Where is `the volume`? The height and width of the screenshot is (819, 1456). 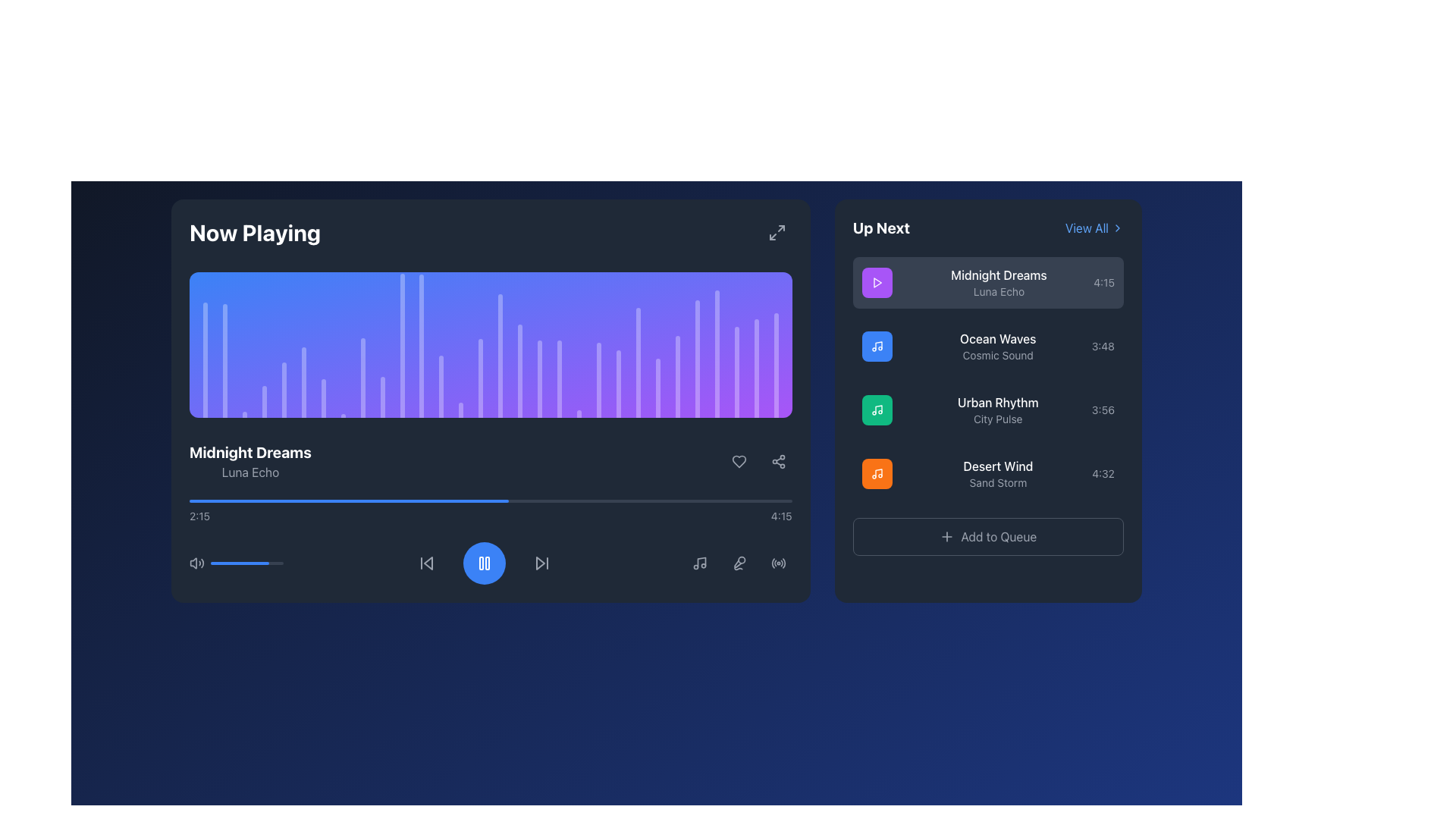 the volume is located at coordinates (234, 563).